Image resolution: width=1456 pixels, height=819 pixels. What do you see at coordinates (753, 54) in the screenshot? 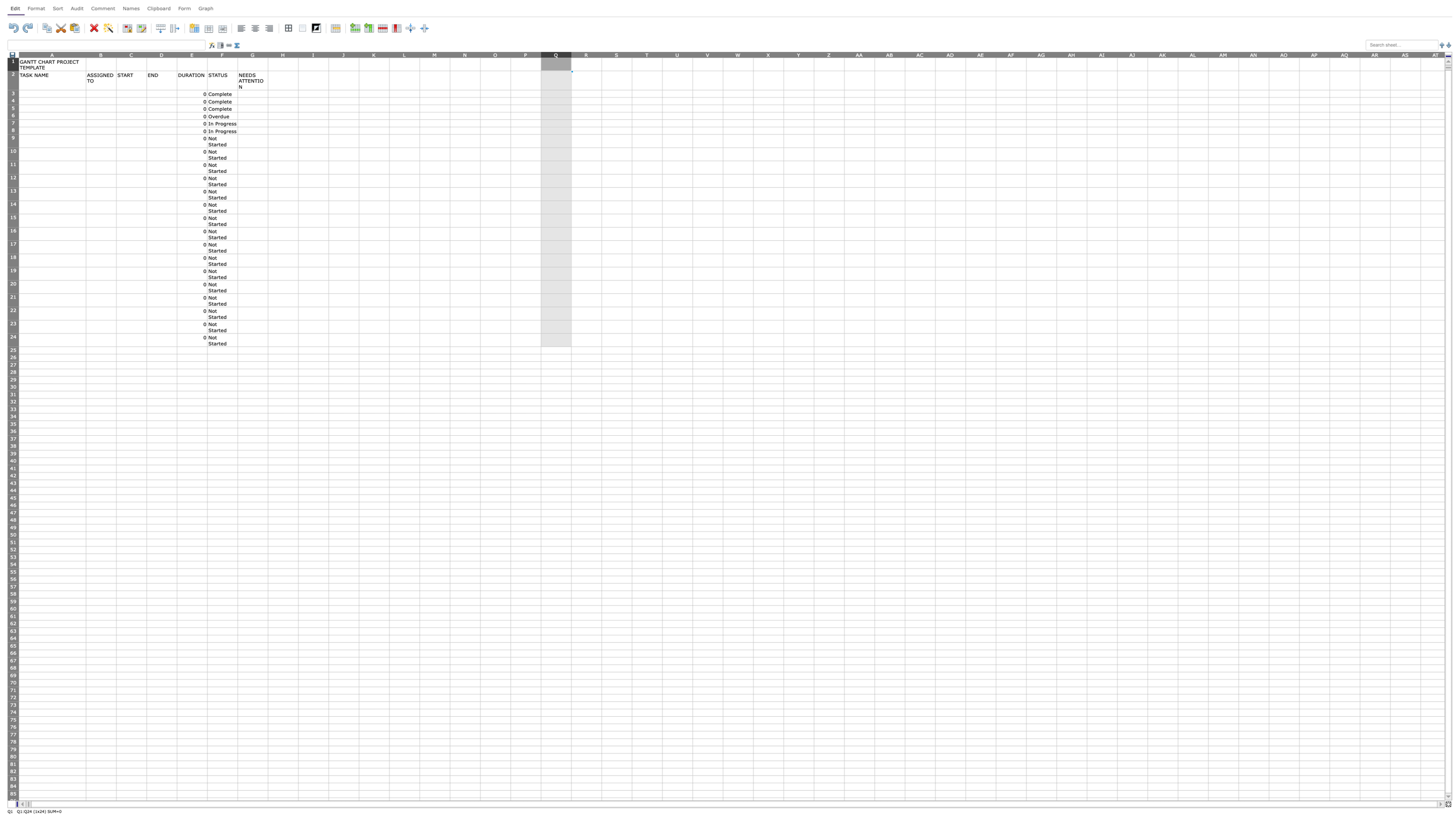
I see `the right edge of column W to resize` at bounding box center [753, 54].